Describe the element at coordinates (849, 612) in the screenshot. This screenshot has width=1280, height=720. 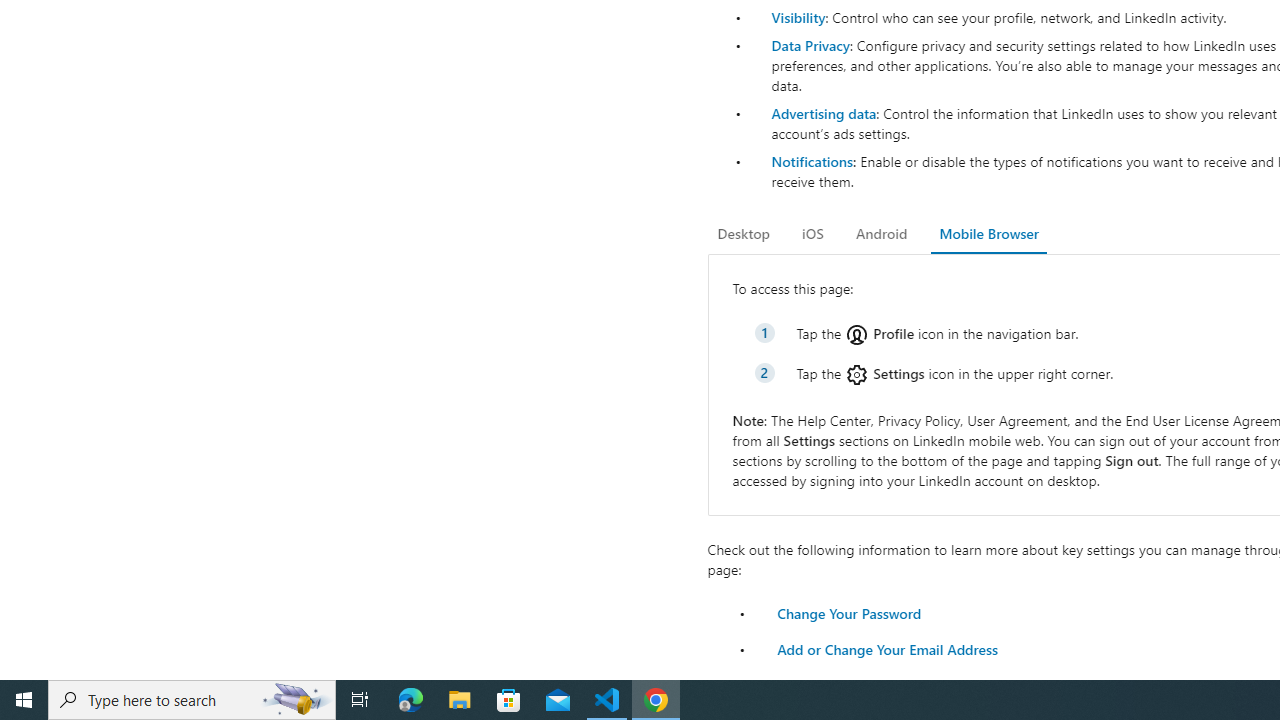
I see `'Change Your Password'` at that location.